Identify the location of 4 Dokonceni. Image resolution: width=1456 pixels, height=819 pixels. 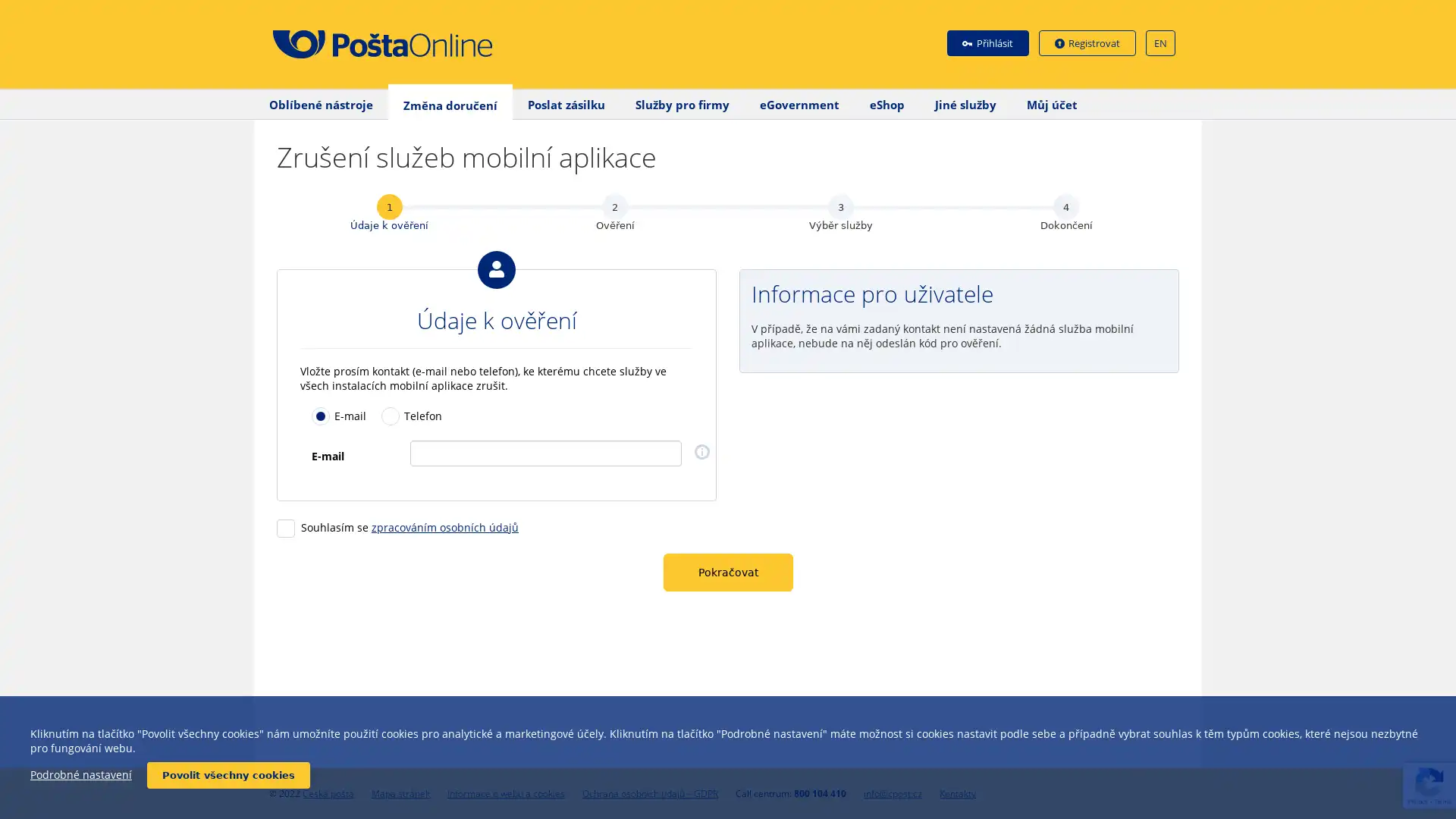
(1065, 212).